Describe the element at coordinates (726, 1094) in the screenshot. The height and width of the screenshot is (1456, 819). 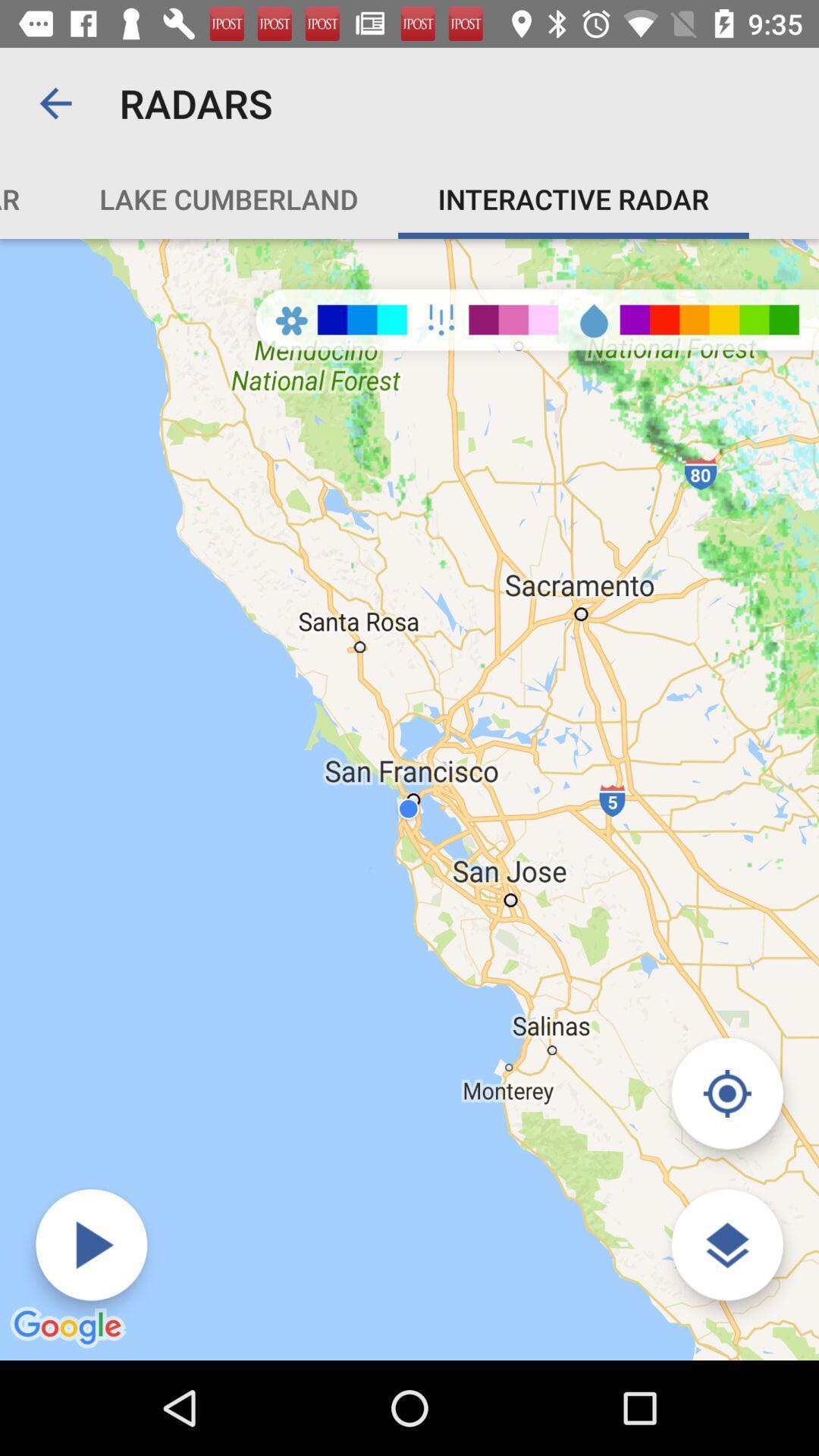
I see `the location_crosshair icon` at that location.